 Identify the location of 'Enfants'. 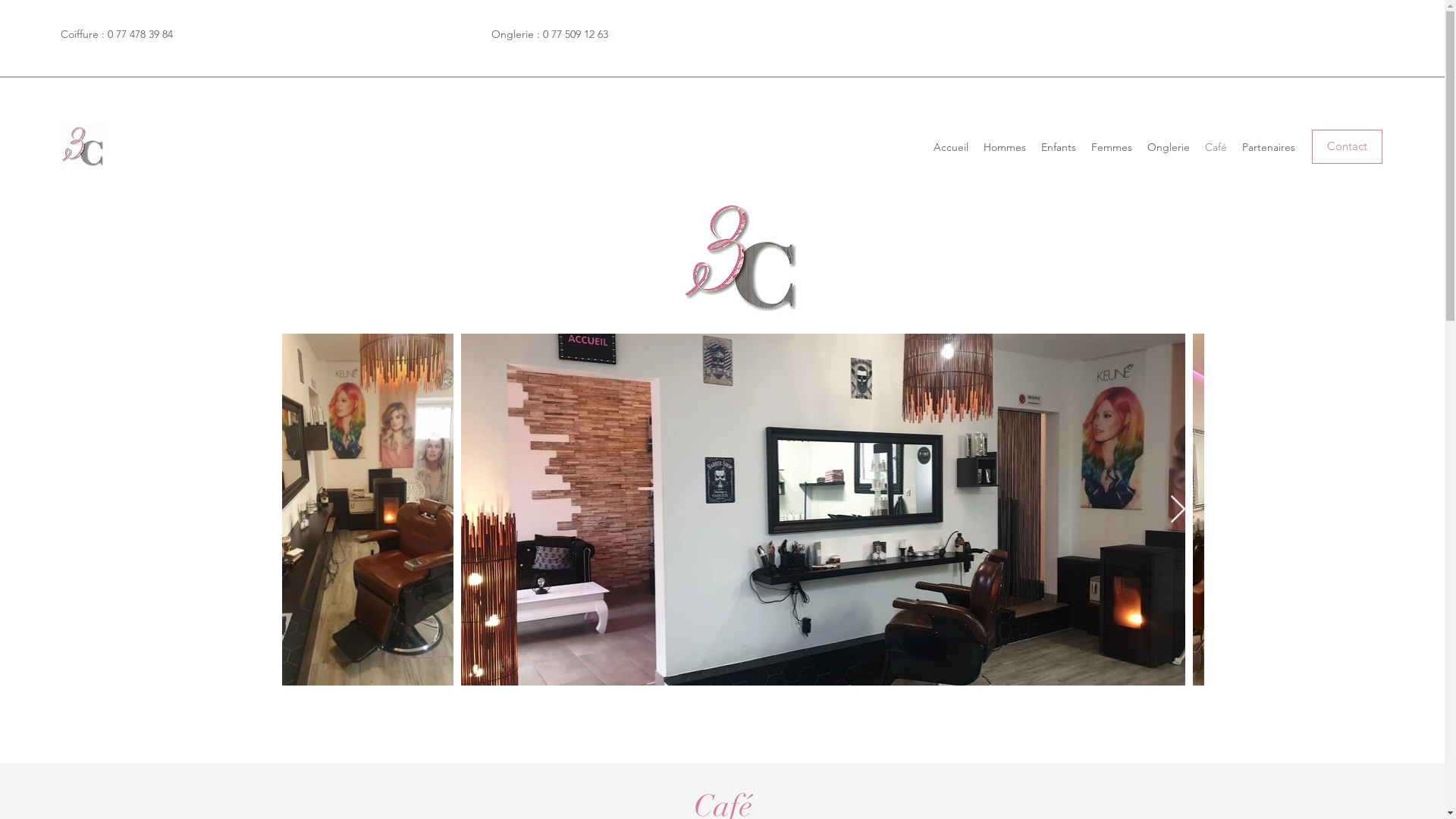
(1033, 146).